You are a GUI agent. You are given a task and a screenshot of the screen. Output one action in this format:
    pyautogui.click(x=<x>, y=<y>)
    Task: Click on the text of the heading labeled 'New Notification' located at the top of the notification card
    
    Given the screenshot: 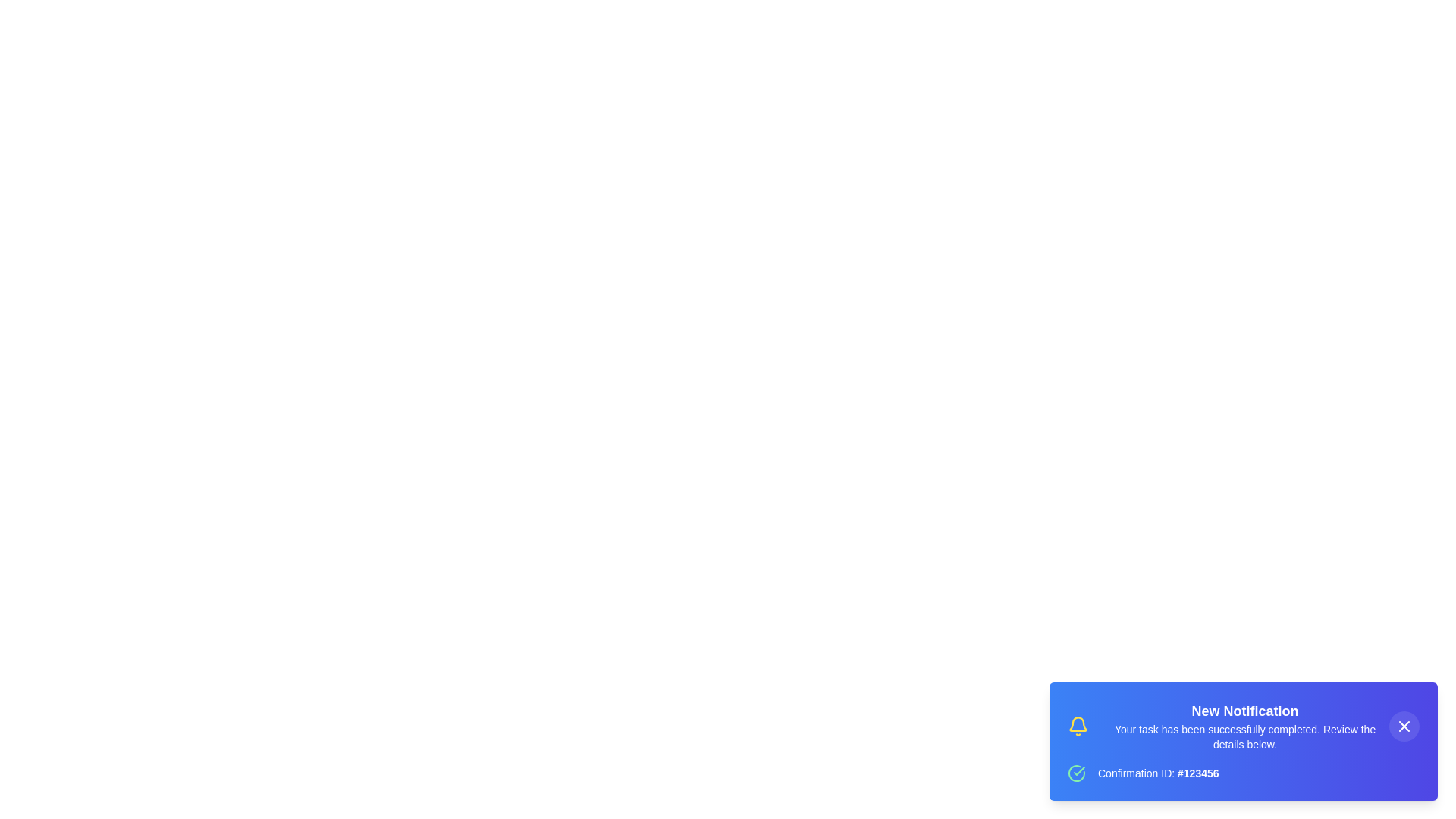 What is the action you would take?
    pyautogui.click(x=1244, y=711)
    